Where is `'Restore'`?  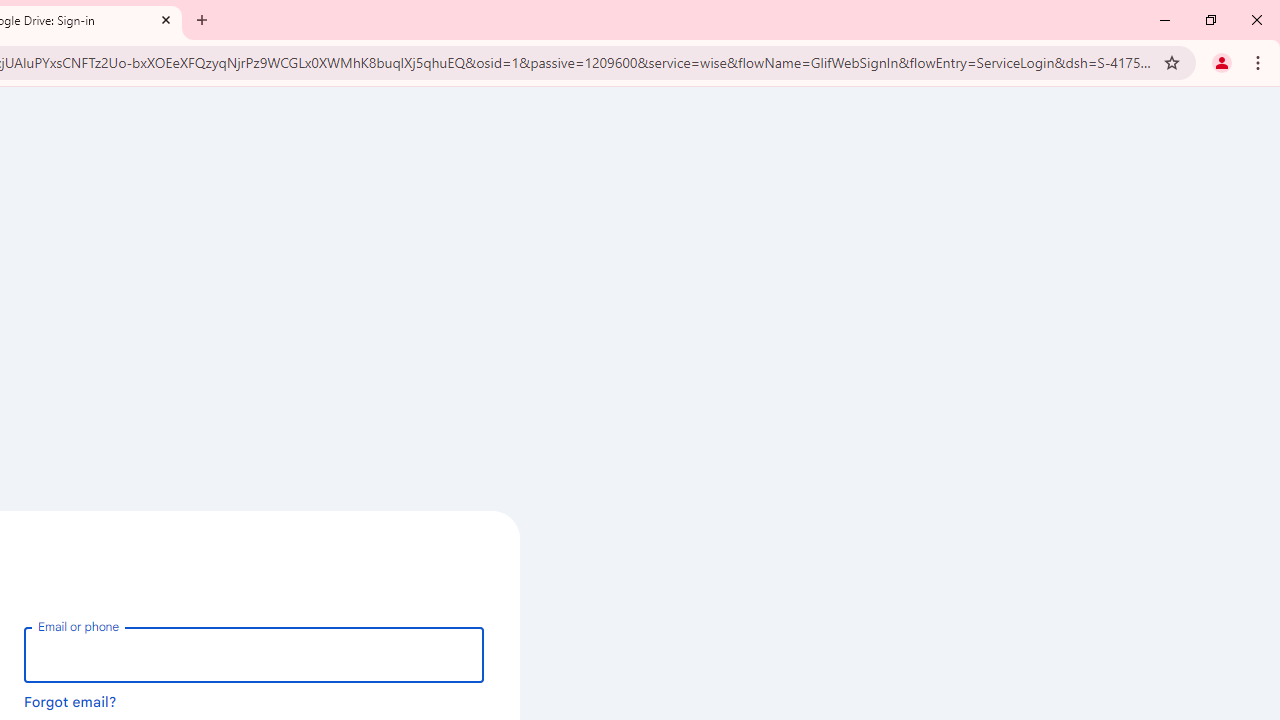 'Restore' is located at coordinates (1209, 20).